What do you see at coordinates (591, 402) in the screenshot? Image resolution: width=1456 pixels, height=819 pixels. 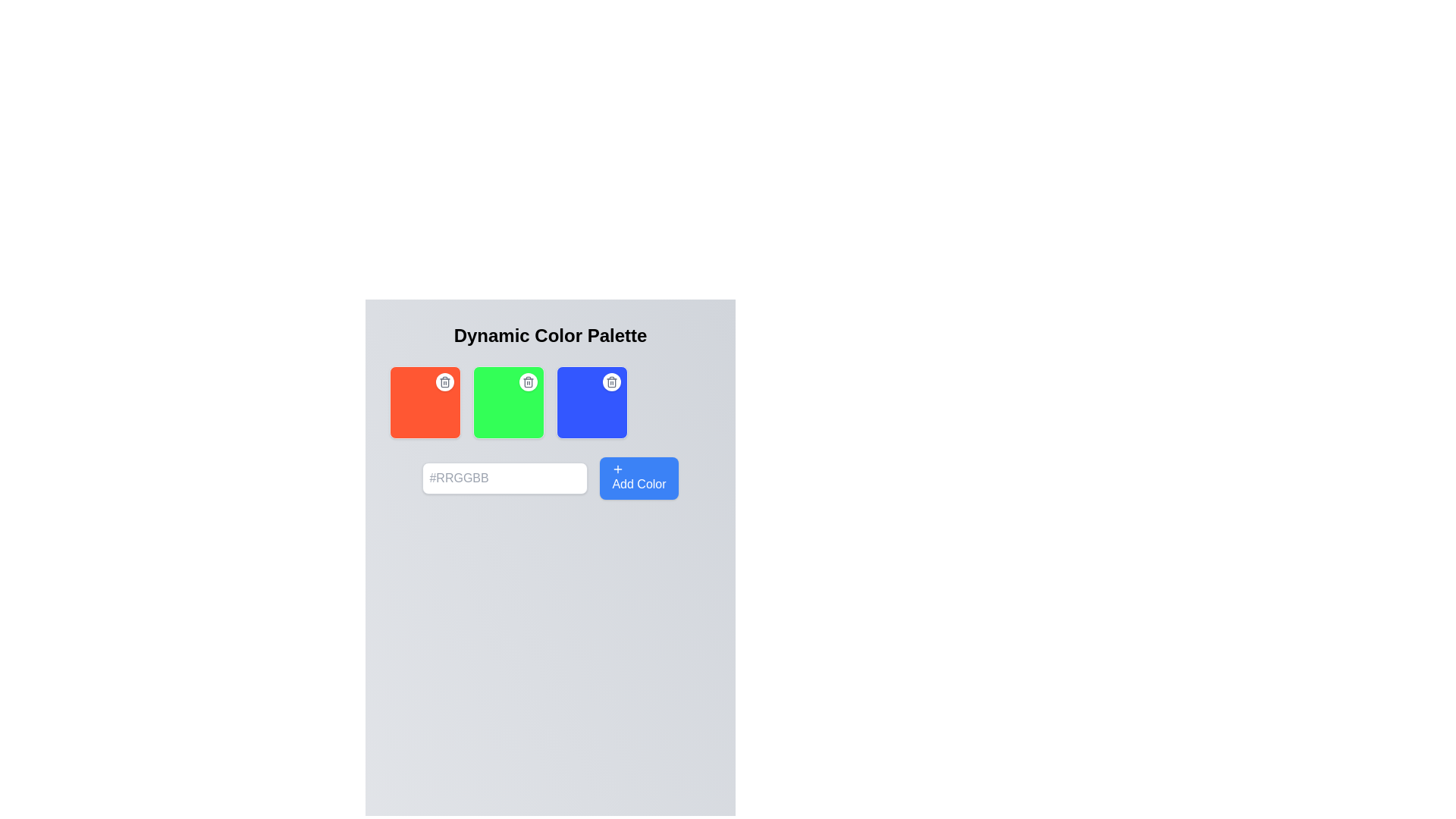 I see `the third interactive color box with an embedded delete button, located` at bounding box center [591, 402].